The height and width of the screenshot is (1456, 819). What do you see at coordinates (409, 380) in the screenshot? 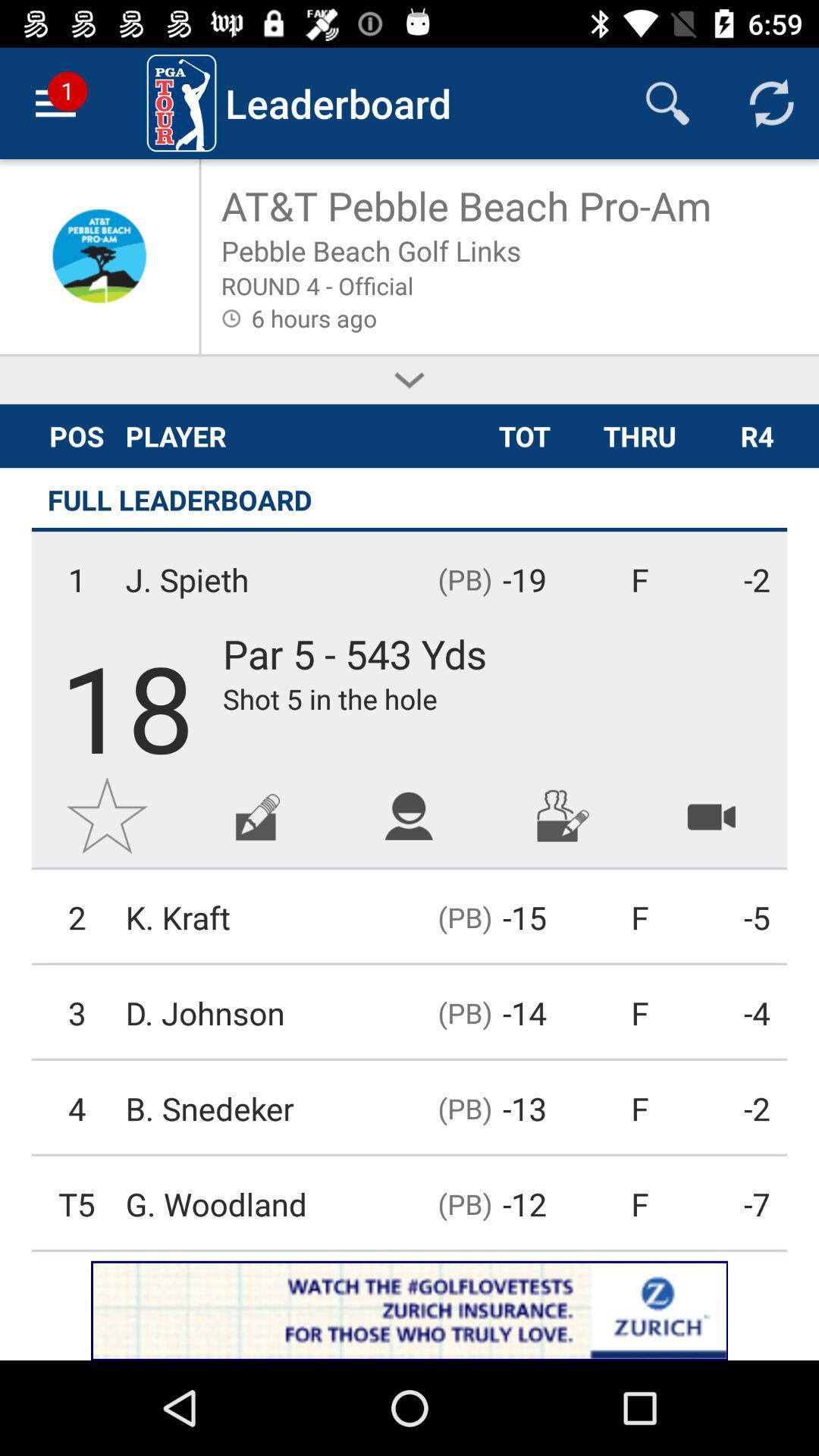
I see `more` at bounding box center [409, 380].